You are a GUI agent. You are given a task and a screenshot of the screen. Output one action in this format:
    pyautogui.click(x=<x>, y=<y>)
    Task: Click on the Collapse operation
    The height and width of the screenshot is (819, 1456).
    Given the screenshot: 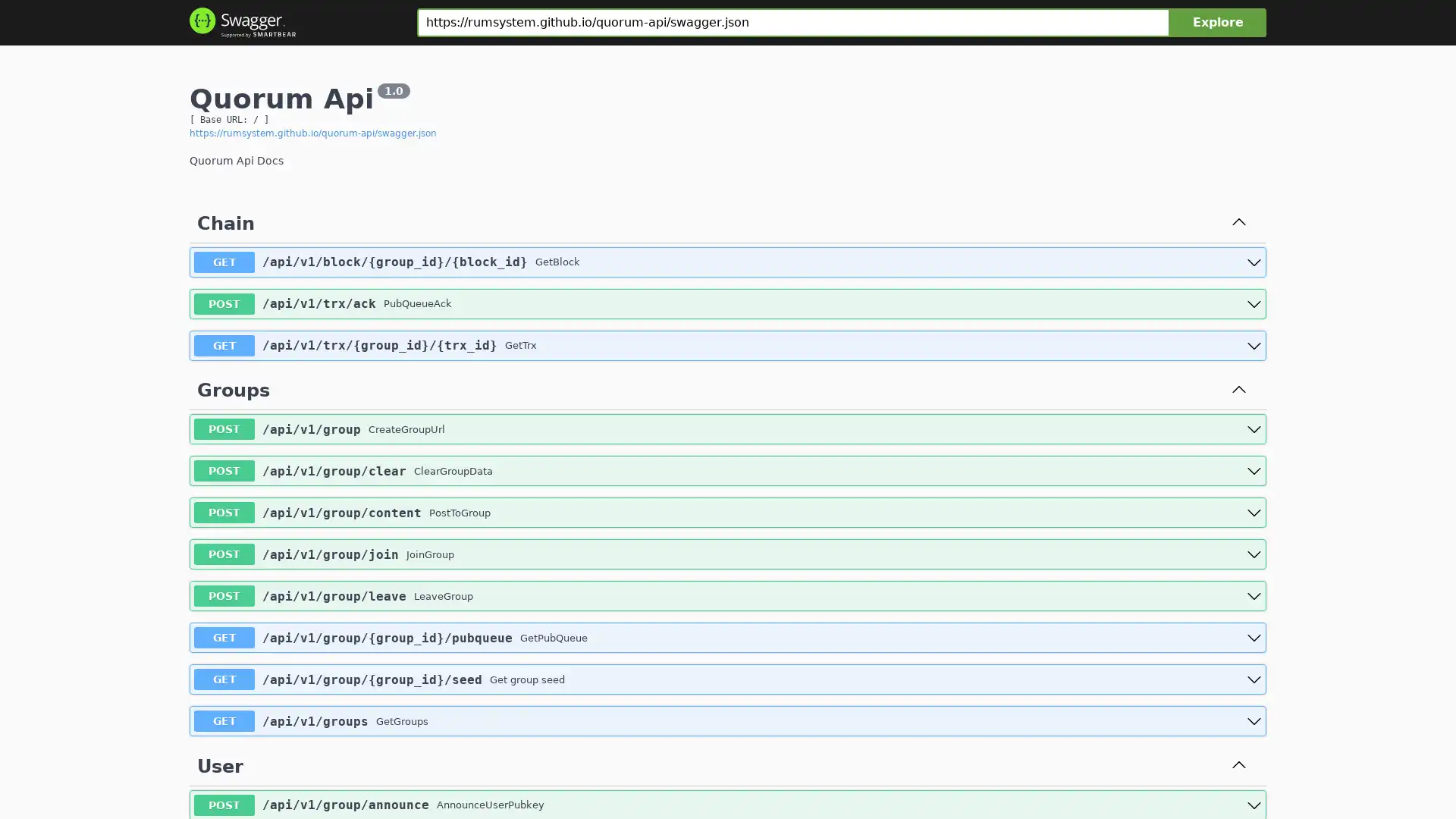 What is the action you would take?
    pyautogui.click(x=1238, y=223)
    